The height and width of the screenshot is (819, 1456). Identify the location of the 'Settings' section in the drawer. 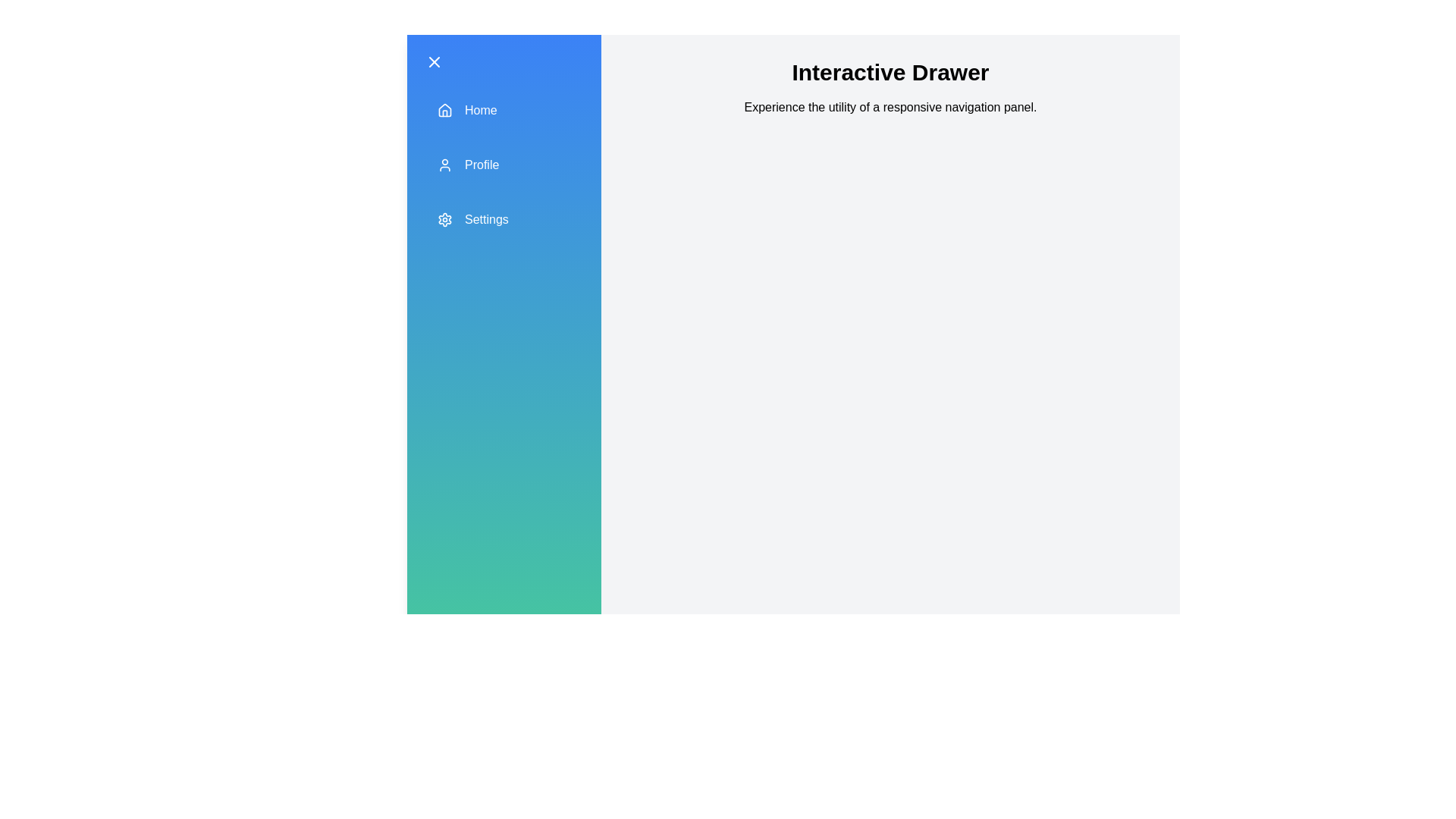
(504, 219).